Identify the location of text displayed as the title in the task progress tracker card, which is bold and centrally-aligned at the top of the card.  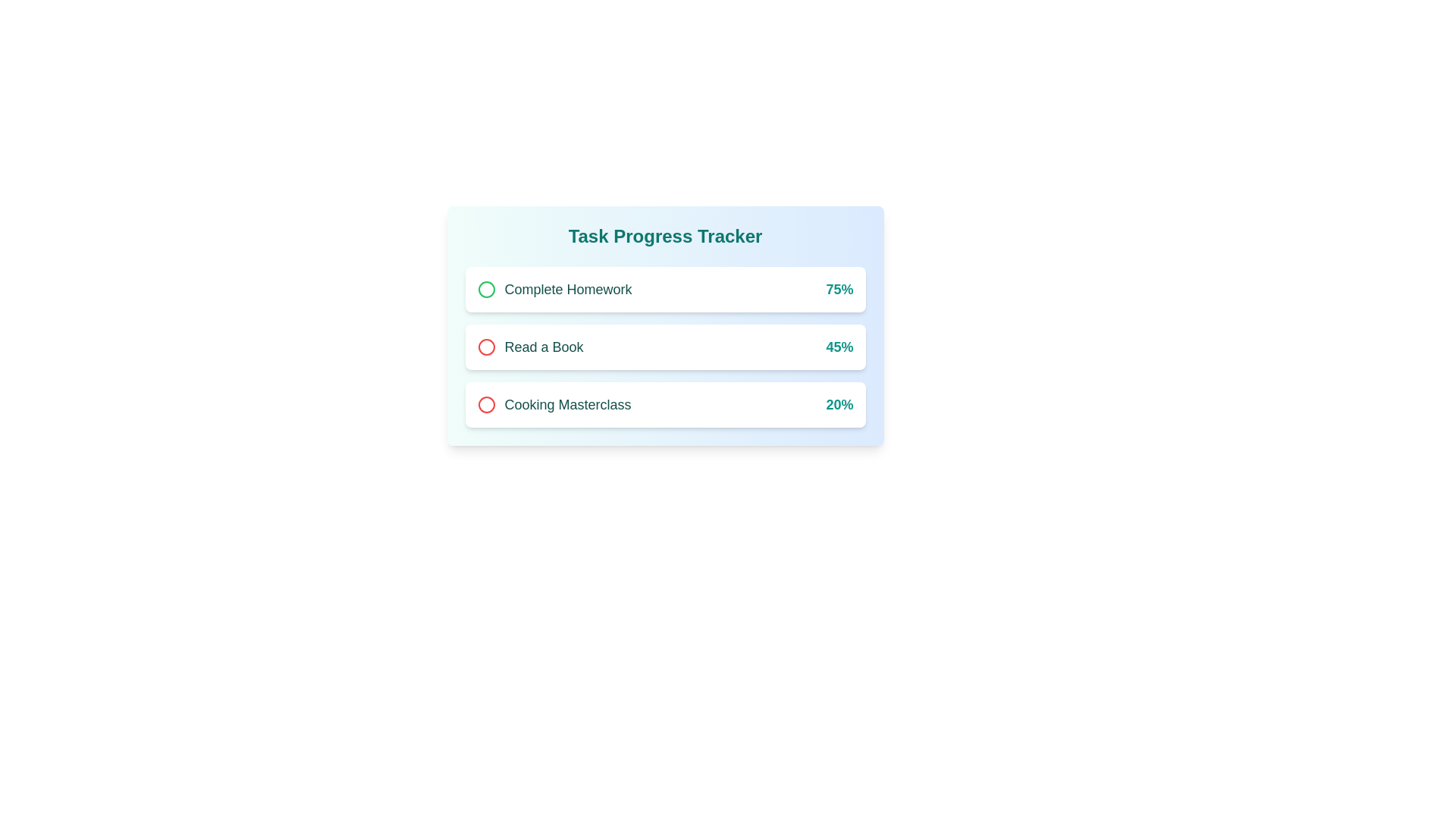
(665, 237).